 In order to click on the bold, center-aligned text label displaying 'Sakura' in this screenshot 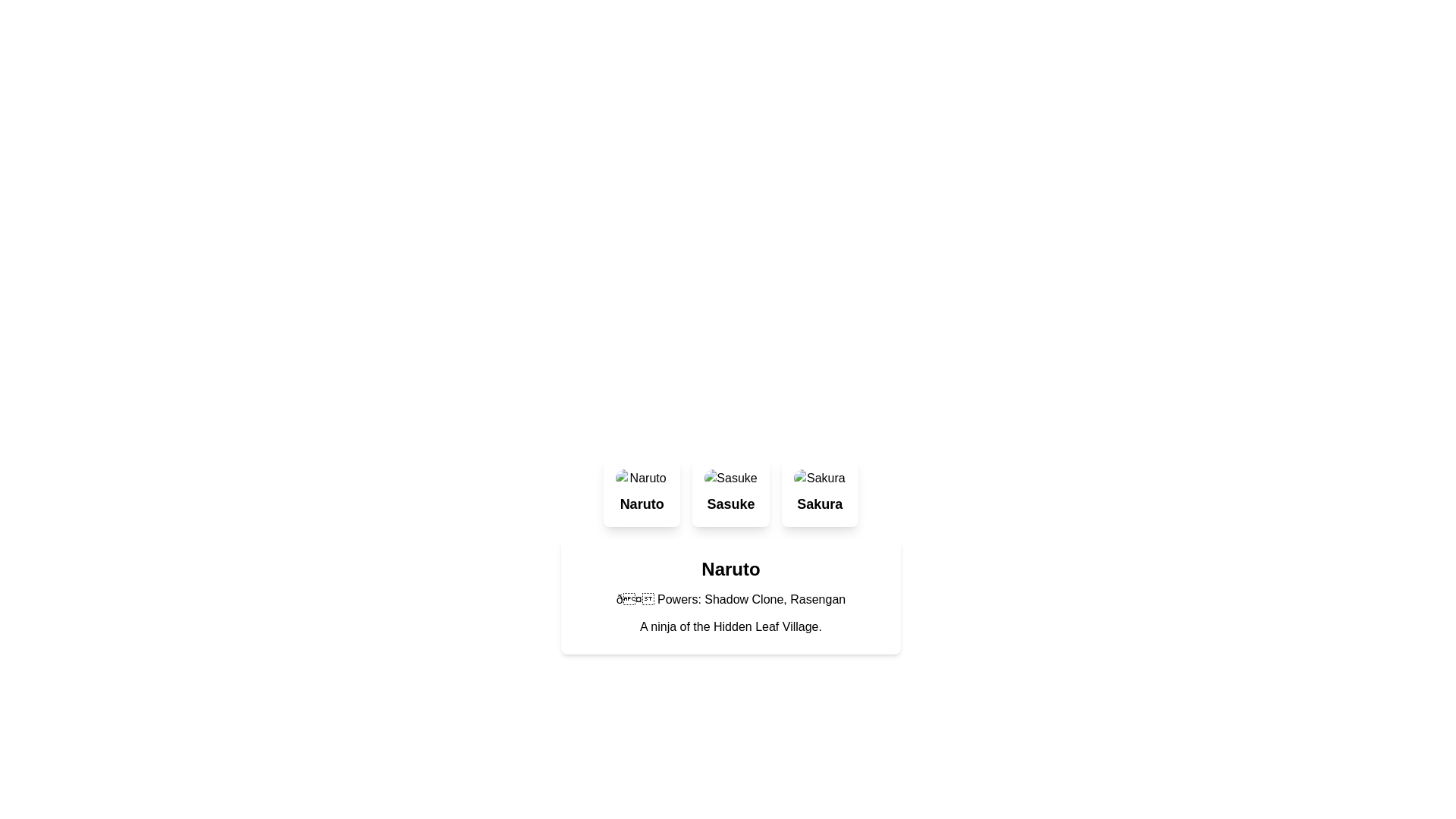, I will do `click(819, 504)`.